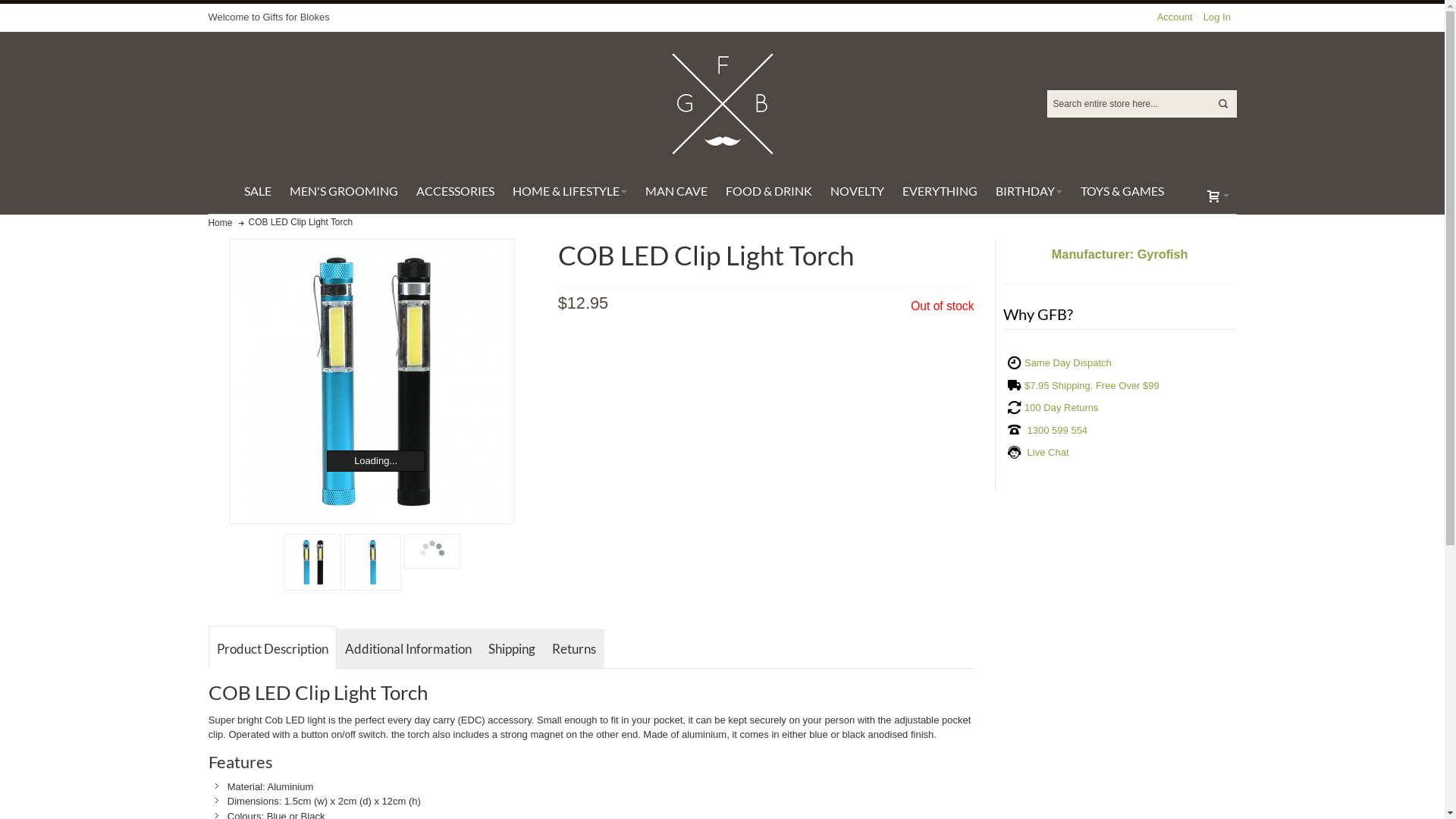 The image size is (1456, 819). What do you see at coordinates (573, 648) in the screenshot?
I see `'Returns'` at bounding box center [573, 648].